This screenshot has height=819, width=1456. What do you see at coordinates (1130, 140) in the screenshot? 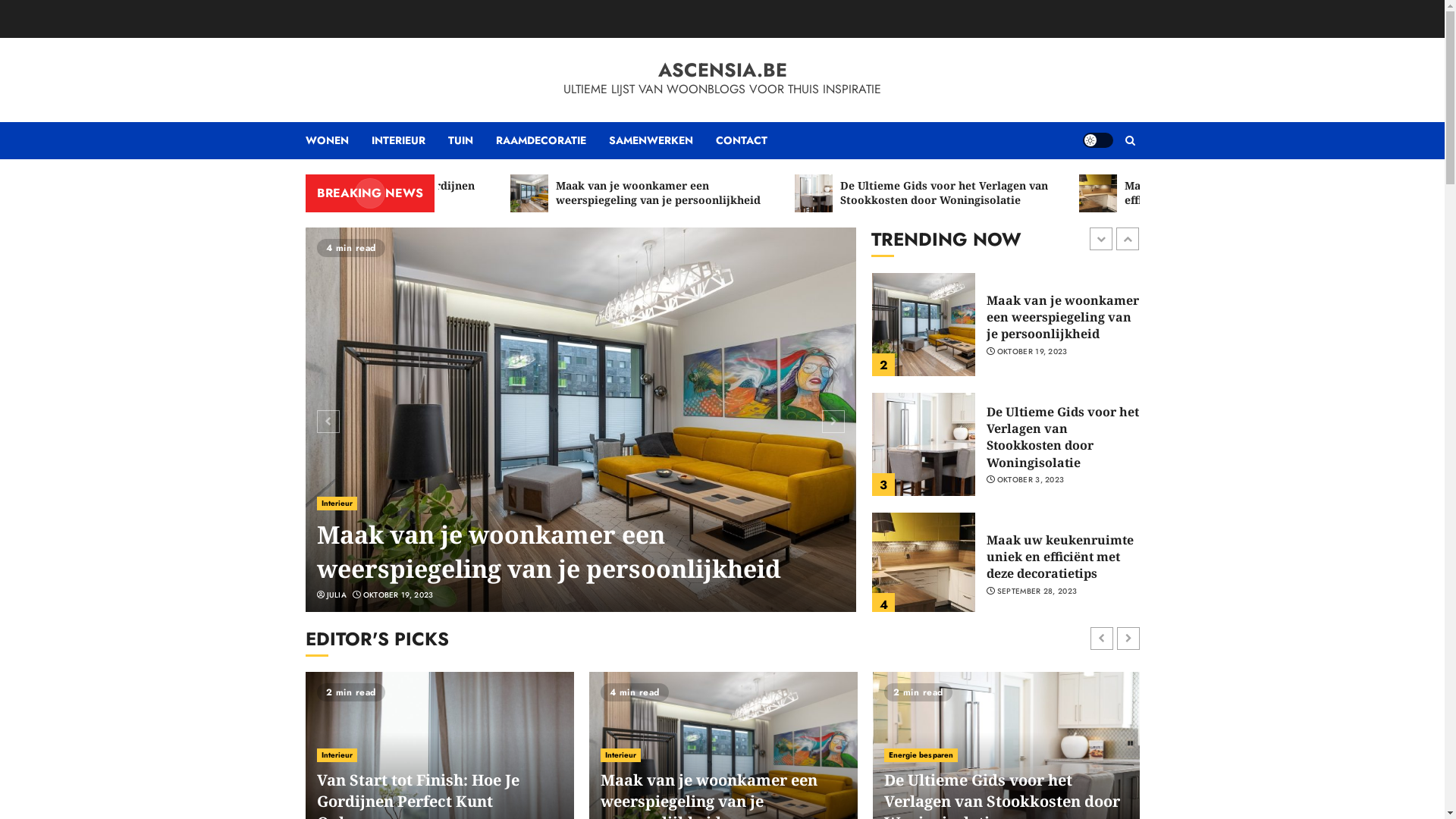
I see `'Search'` at bounding box center [1130, 140].